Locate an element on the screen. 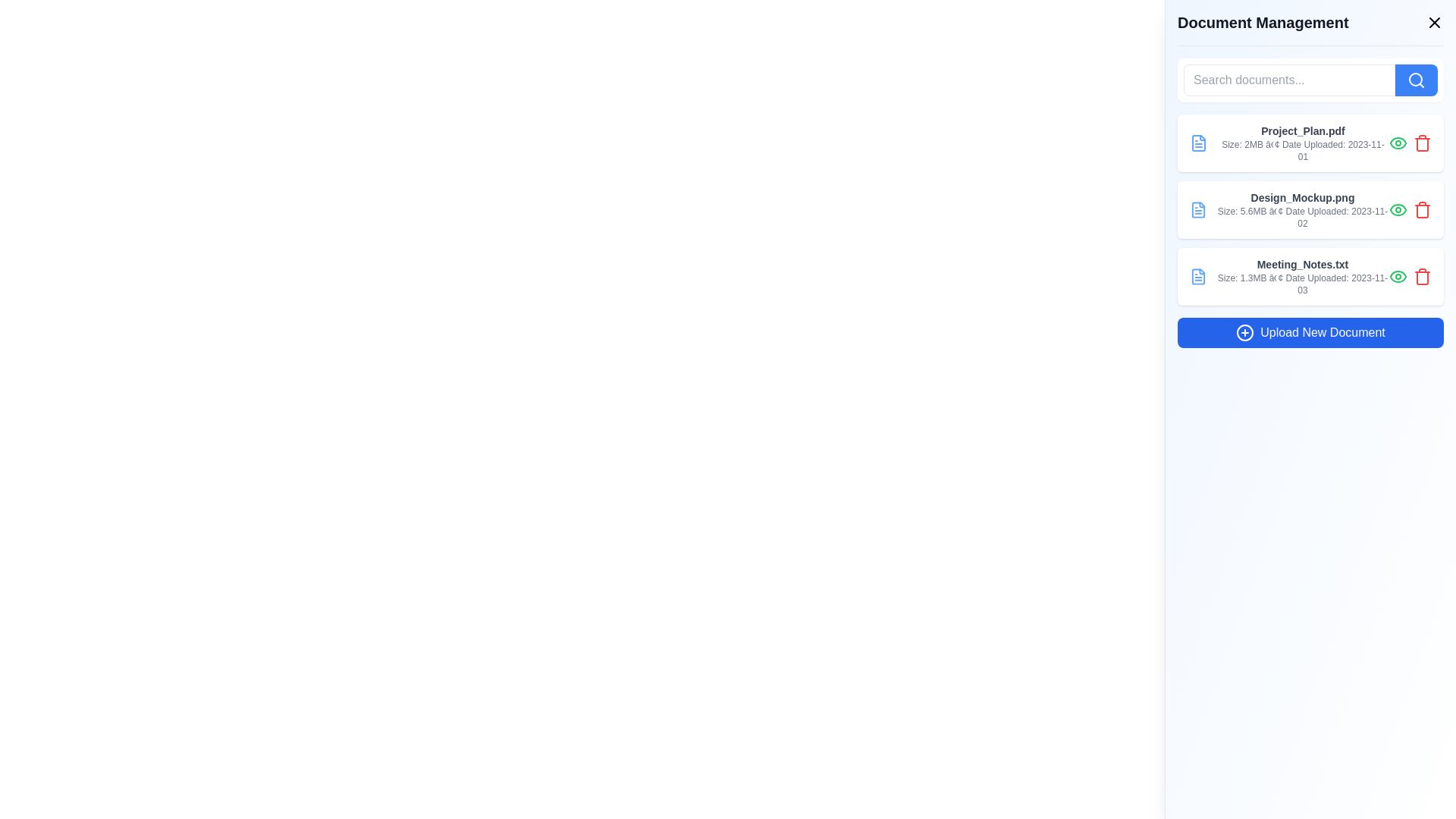  the icon element that resembles a circle with a plus sign inside, located to the left of the 'Upload New Document' button is located at coordinates (1245, 332).